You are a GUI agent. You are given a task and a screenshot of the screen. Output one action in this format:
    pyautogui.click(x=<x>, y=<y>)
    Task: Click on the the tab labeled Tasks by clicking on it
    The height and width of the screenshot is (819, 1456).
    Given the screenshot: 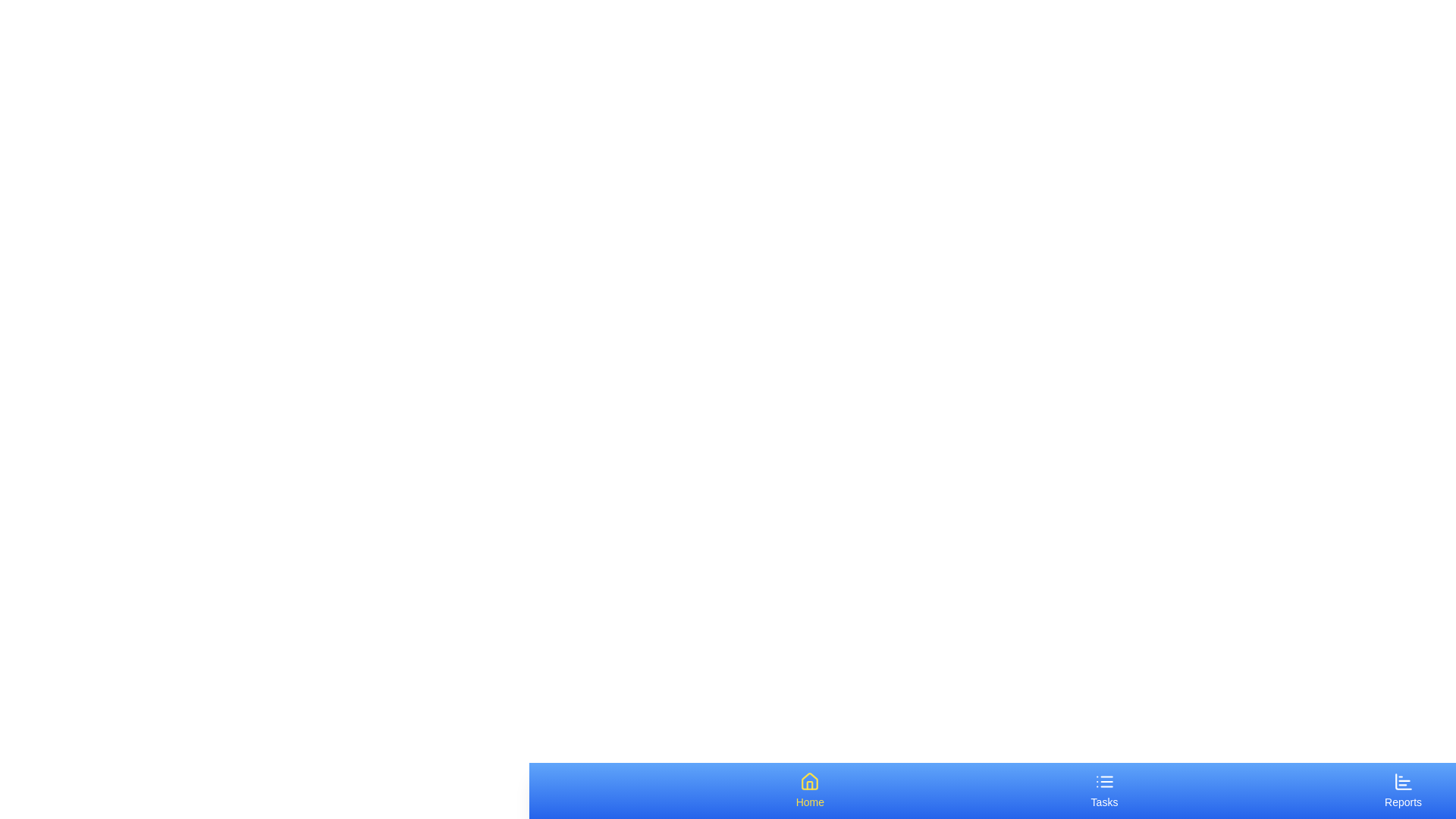 What is the action you would take?
    pyautogui.click(x=1103, y=789)
    